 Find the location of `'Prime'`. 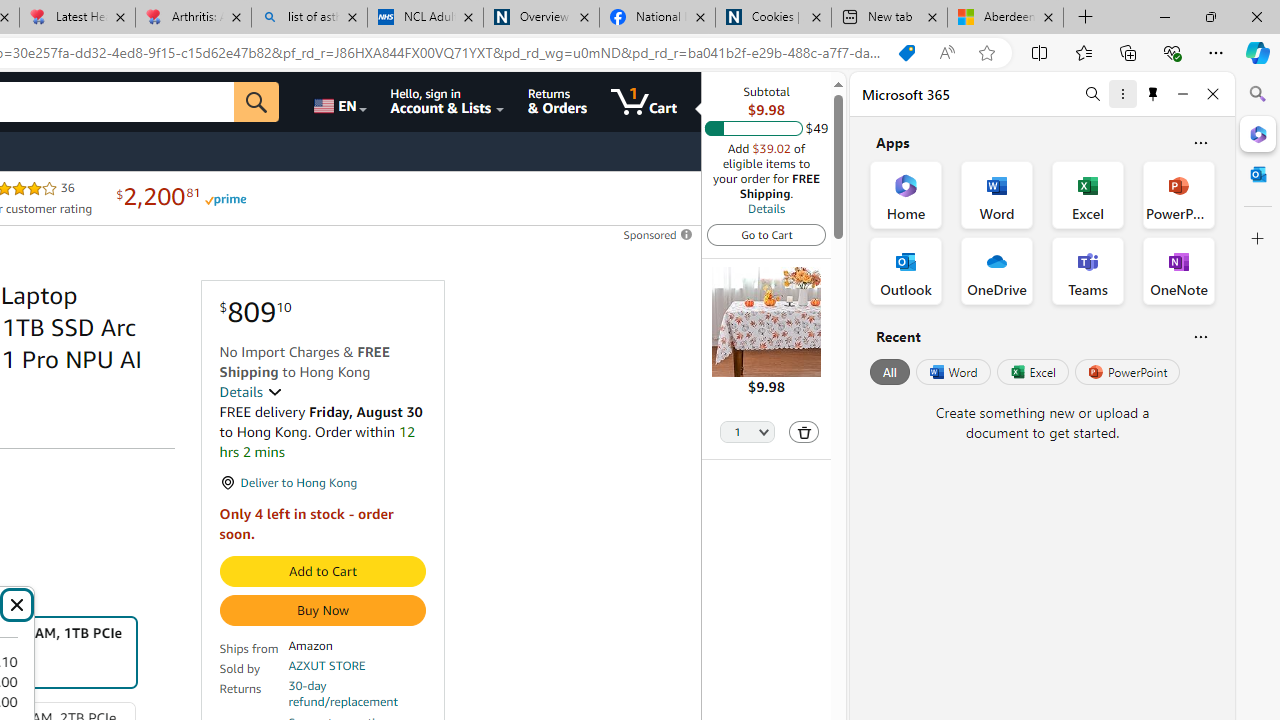

'Prime' is located at coordinates (224, 199).